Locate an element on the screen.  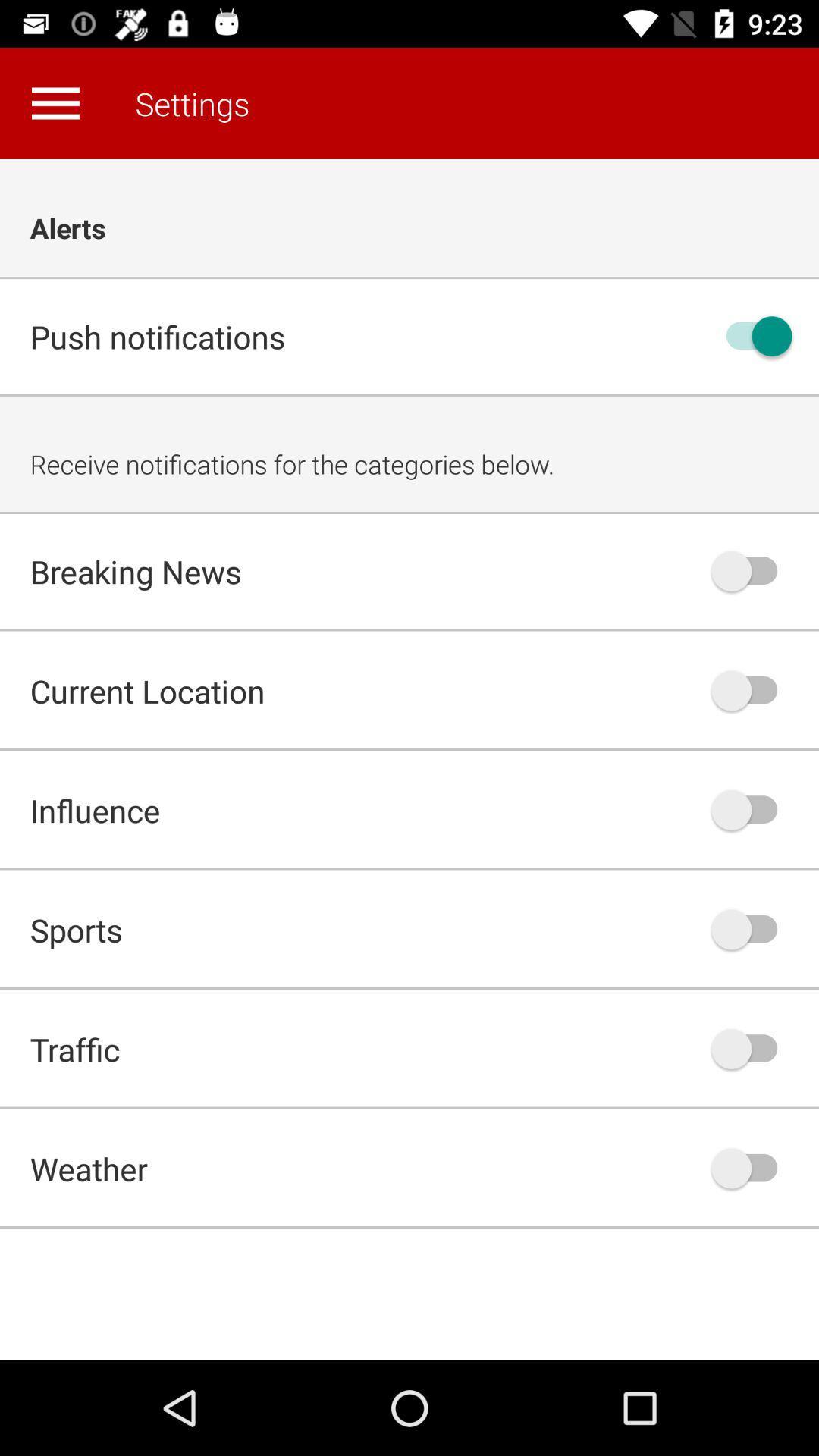
main menu is located at coordinates (55, 102).